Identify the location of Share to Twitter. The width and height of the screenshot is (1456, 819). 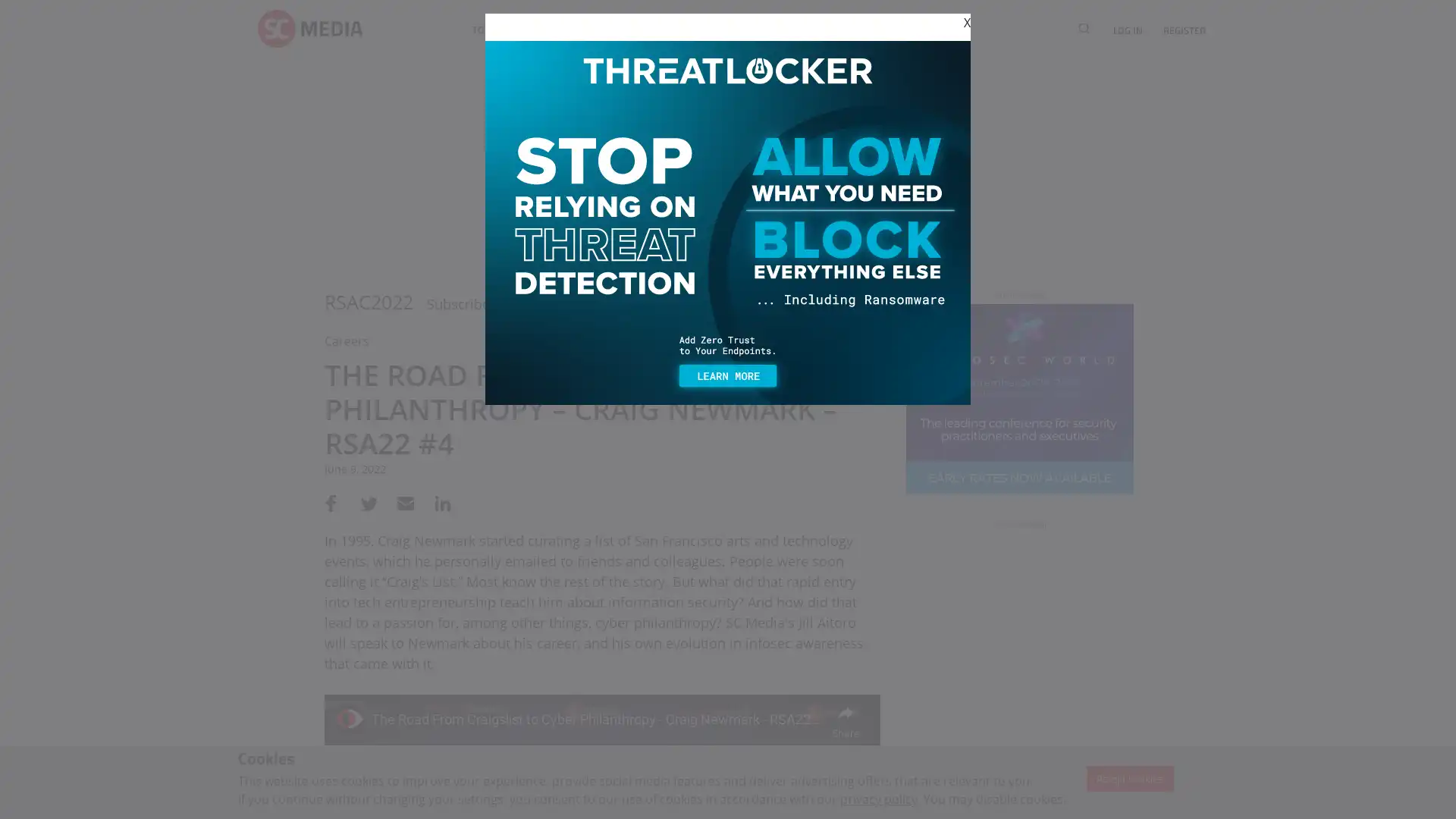
(366, 503).